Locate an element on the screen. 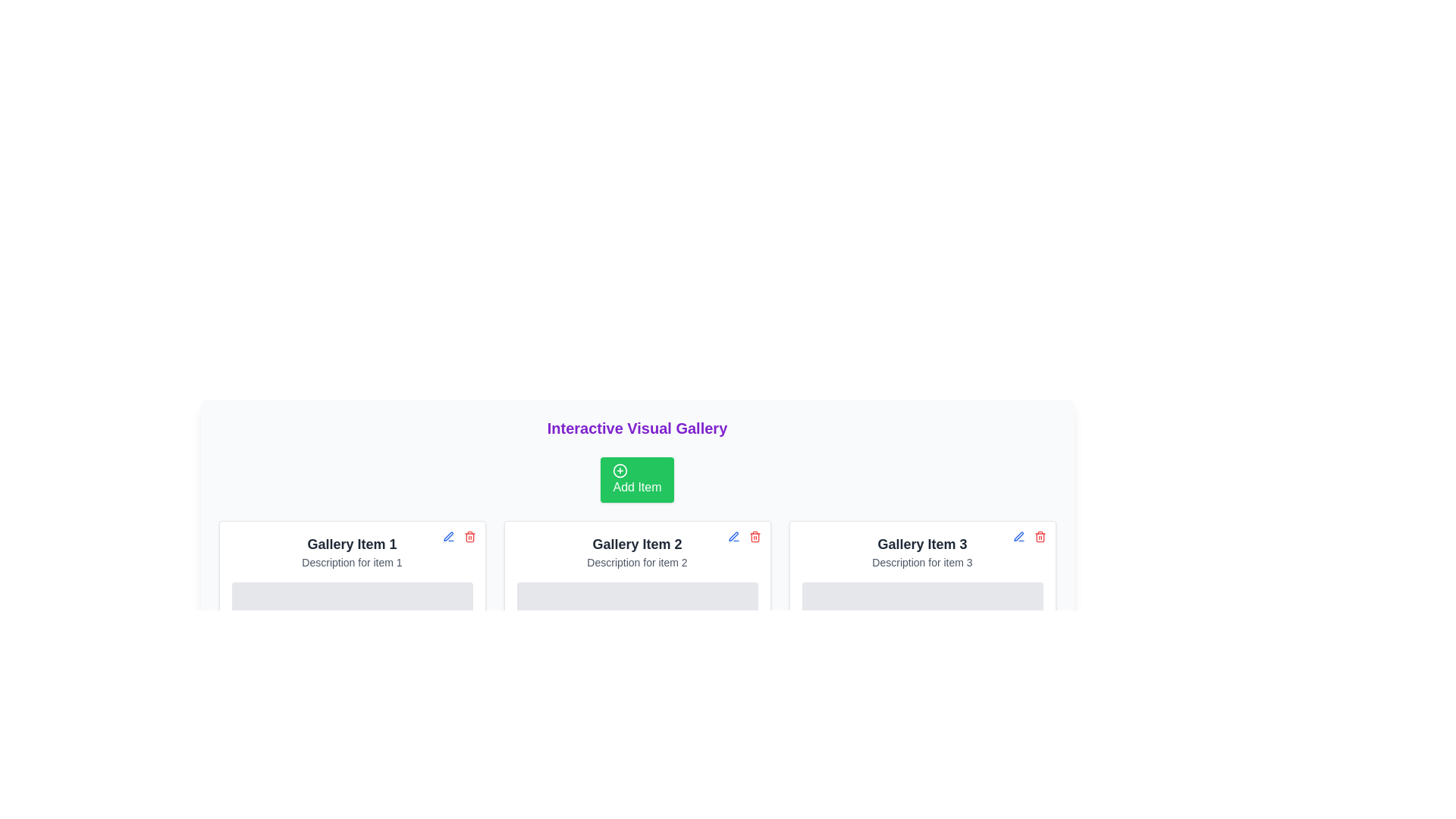  the circular 'Add Item' icon featuring a plus sign on a green background, located at the leftmost side of the button at the top-center of the grid interface is located at coordinates (620, 470).